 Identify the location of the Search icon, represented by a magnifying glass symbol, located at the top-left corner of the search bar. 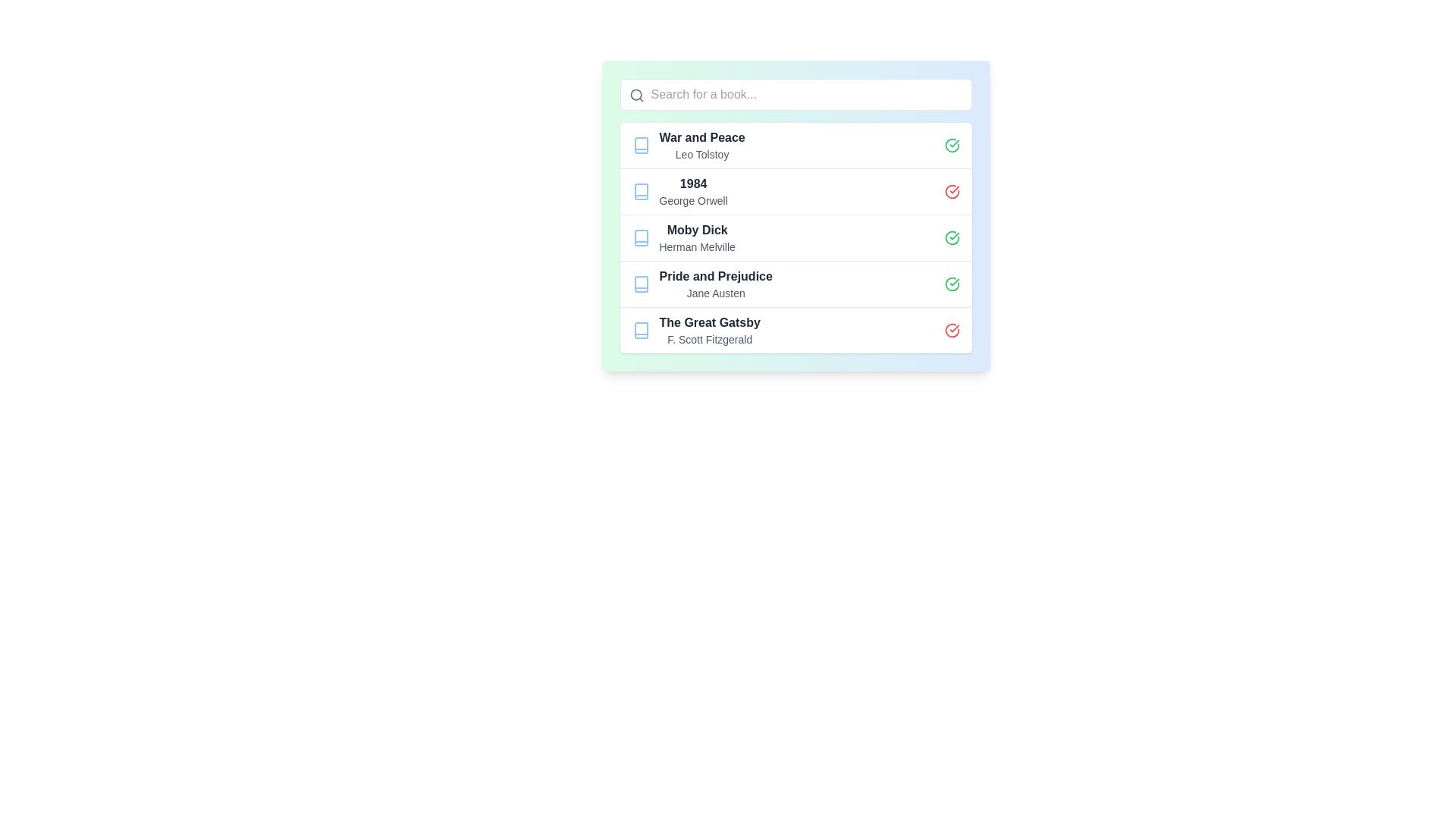
(636, 96).